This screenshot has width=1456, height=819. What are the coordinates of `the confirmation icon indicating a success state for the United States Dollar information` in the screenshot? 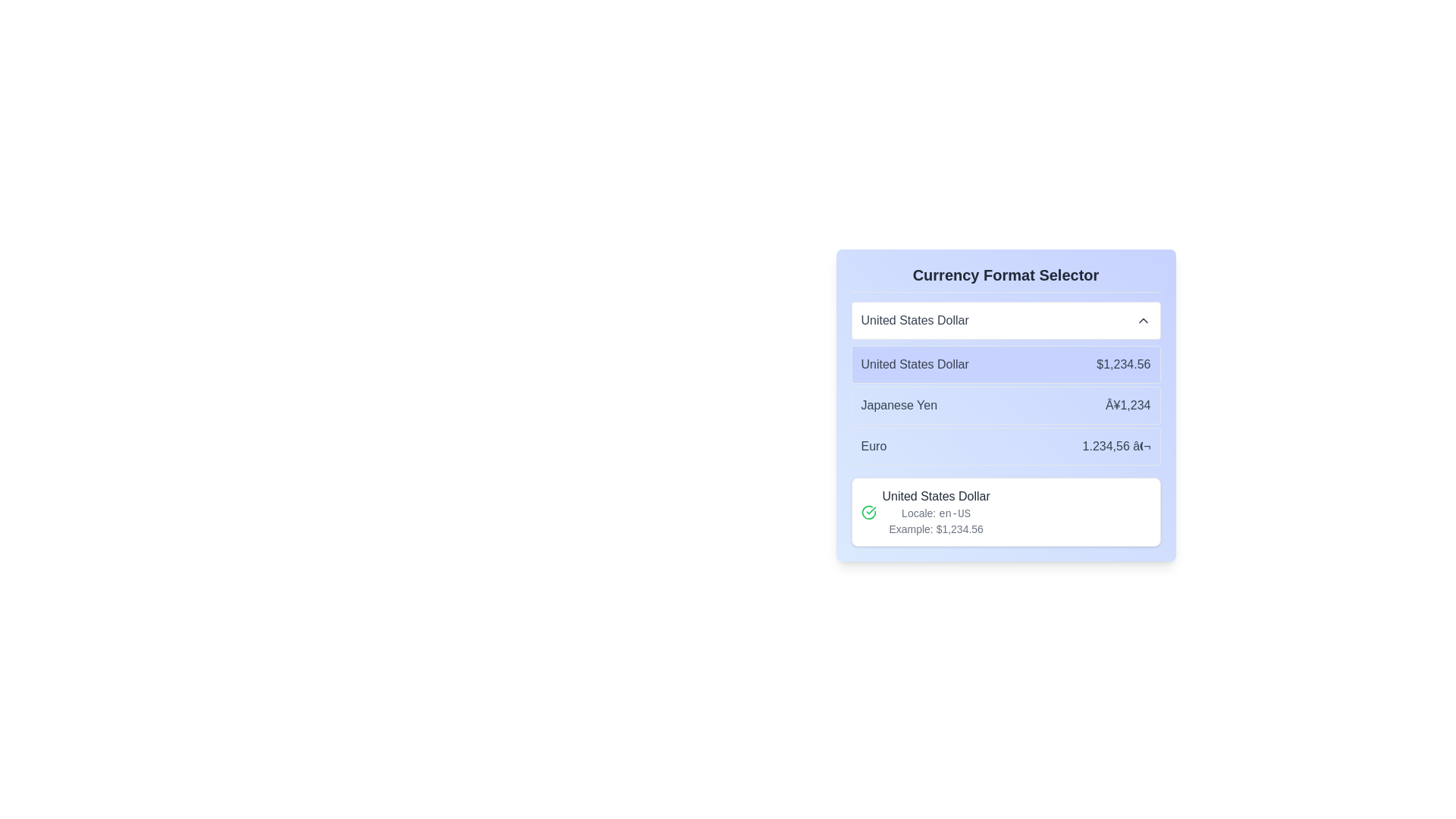 It's located at (868, 512).